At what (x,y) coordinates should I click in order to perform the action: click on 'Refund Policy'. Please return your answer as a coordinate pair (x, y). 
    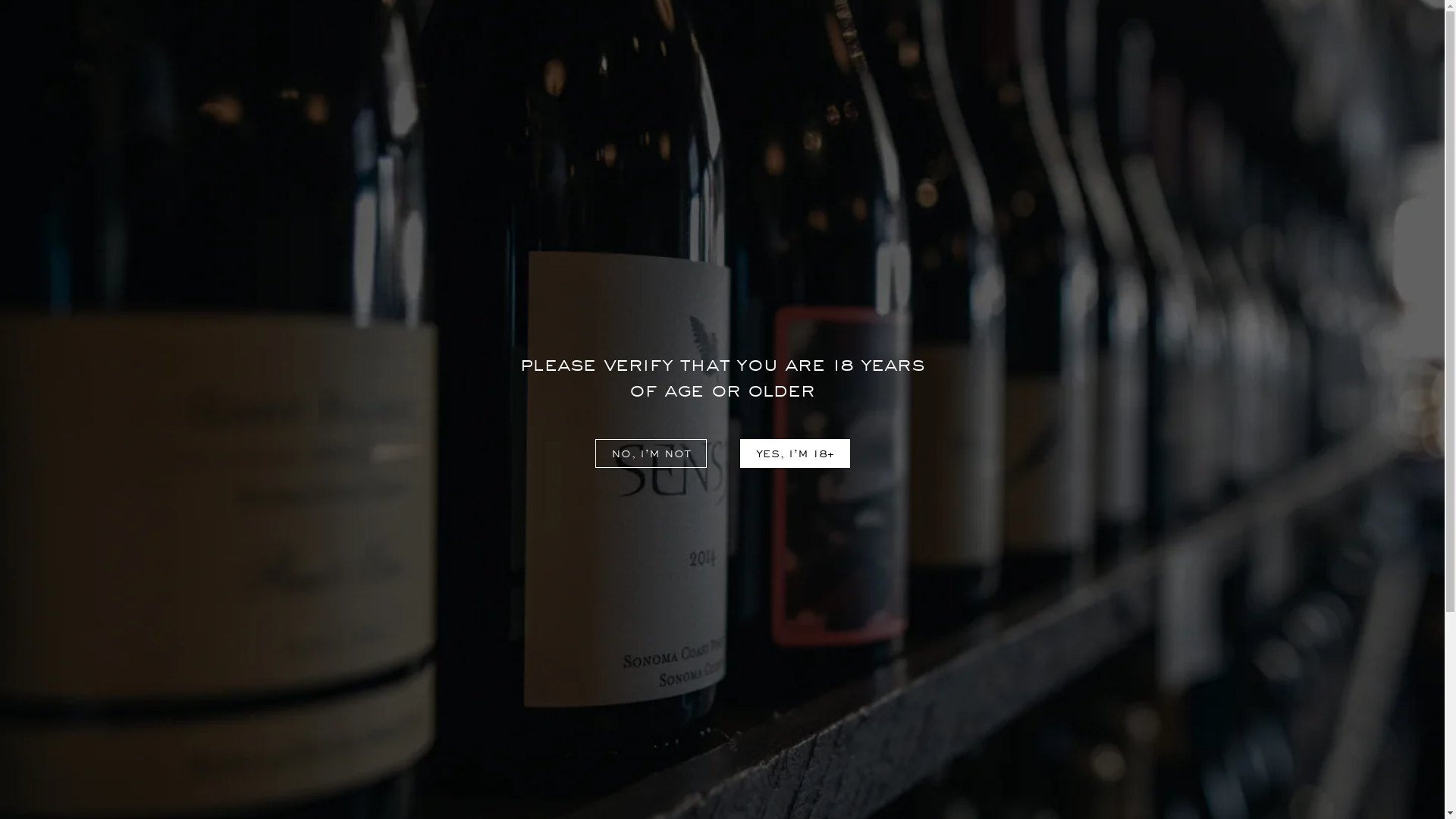
    Looking at the image, I should click on (227, 708).